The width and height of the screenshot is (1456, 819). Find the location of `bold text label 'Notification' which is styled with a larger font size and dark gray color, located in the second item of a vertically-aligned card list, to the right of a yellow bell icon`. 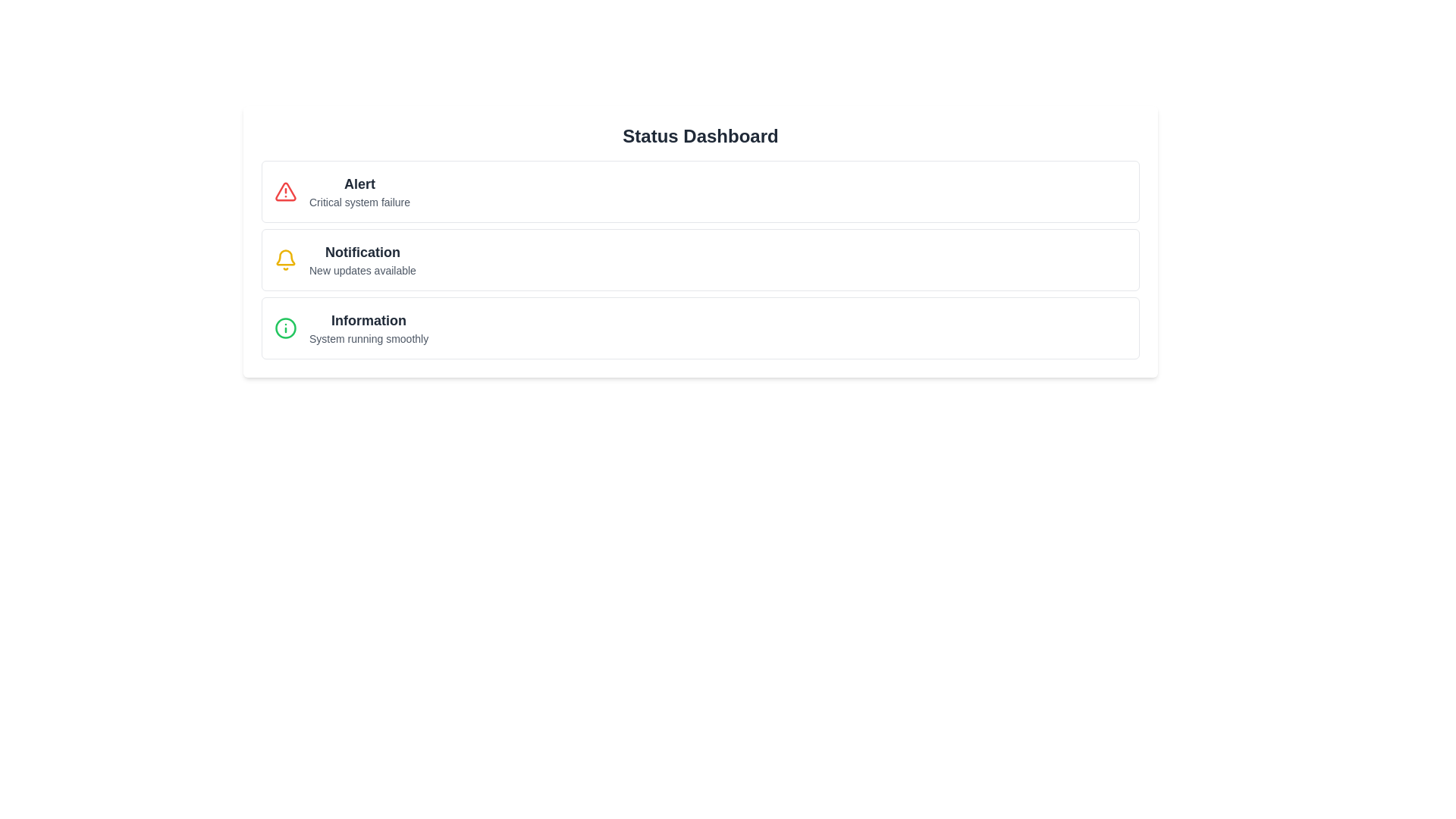

bold text label 'Notification' which is styled with a larger font size and dark gray color, located in the second item of a vertically-aligned card list, to the right of a yellow bell icon is located at coordinates (362, 251).